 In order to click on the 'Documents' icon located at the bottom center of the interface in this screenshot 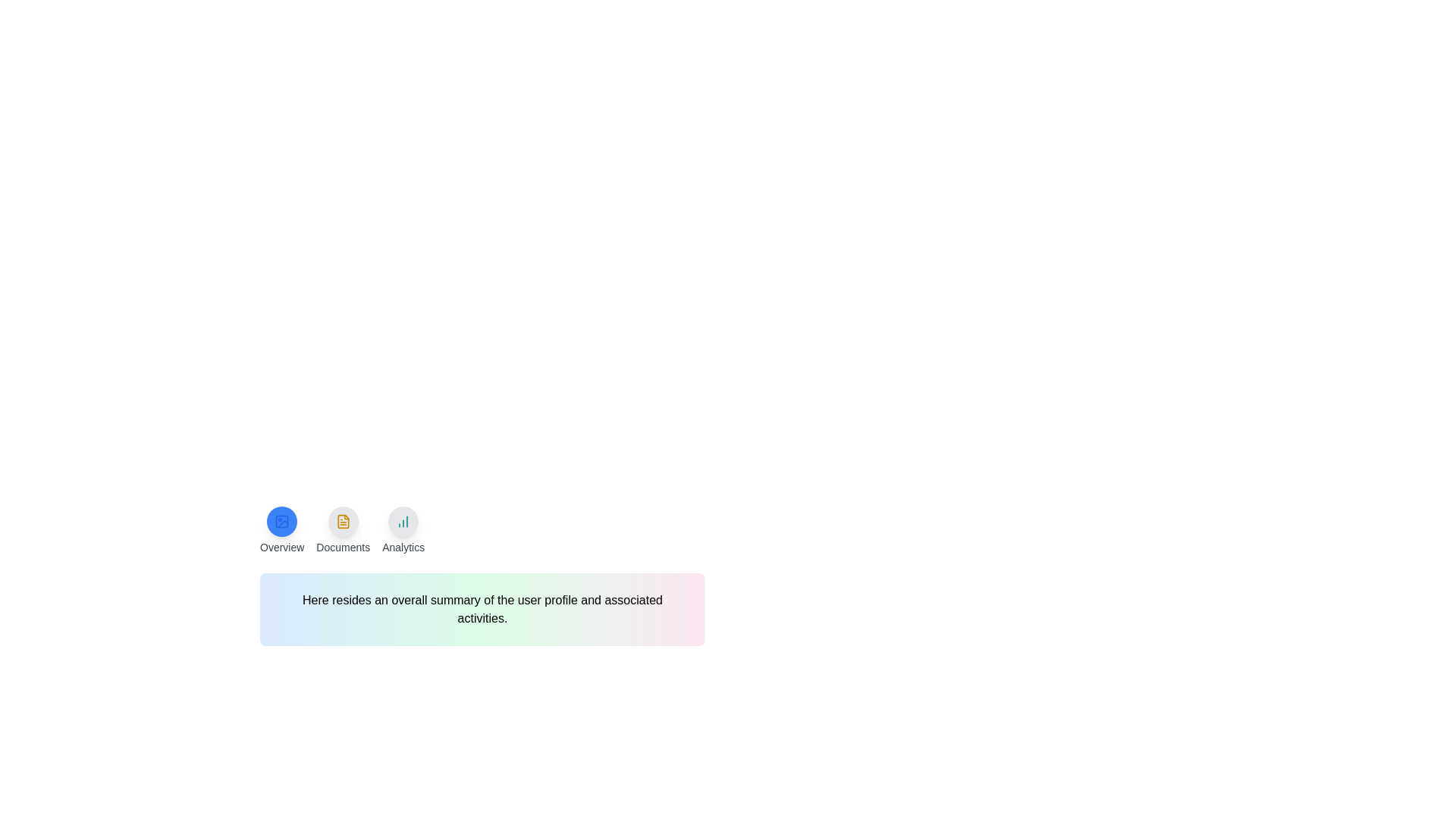, I will do `click(342, 520)`.